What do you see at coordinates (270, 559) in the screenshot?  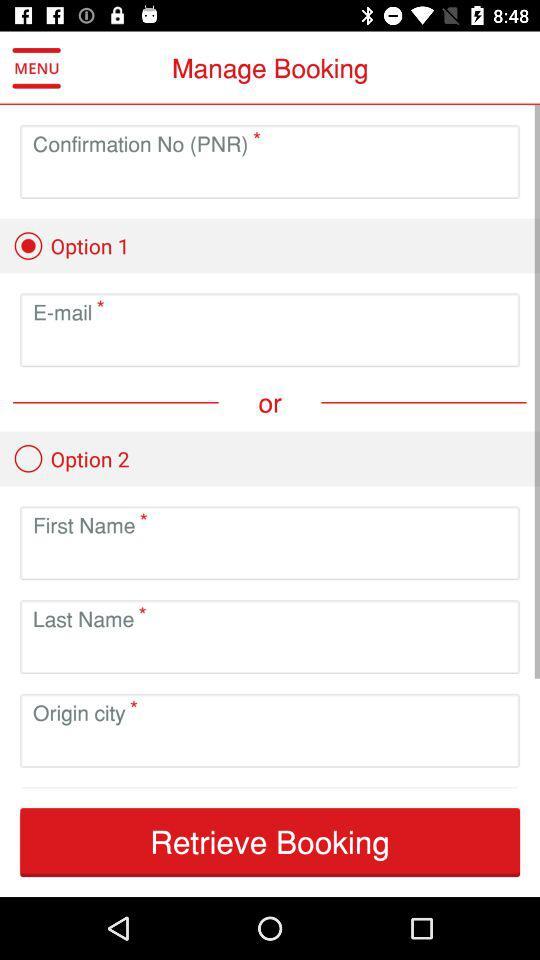 I see `type in first name` at bounding box center [270, 559].